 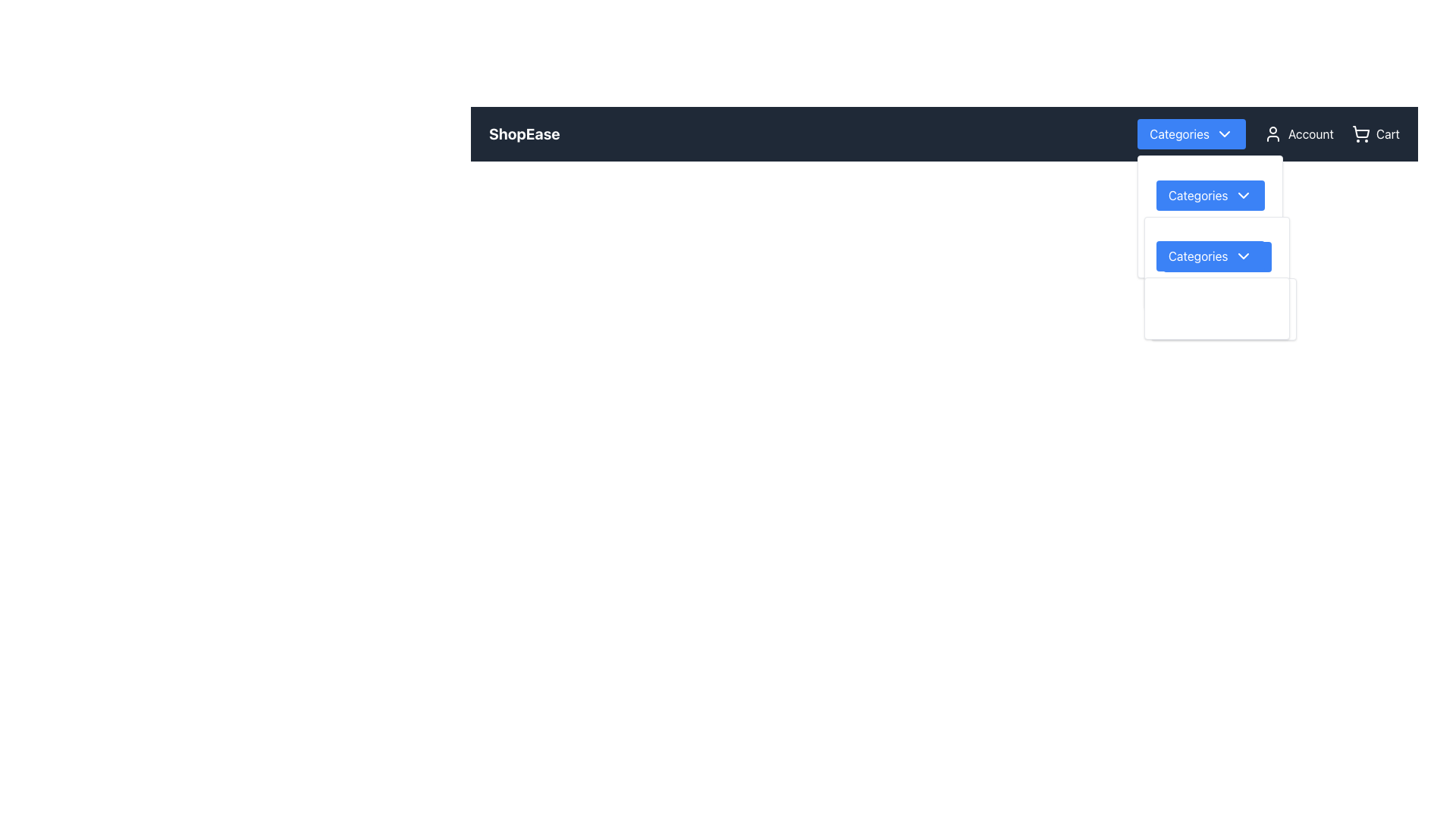 What do you see at coordinates (1210, 246) in the screenshot?
I see `the blue 'Categories' dropdown button with white text and a downward facing chevron icon` at bounding box center [1210, 246].